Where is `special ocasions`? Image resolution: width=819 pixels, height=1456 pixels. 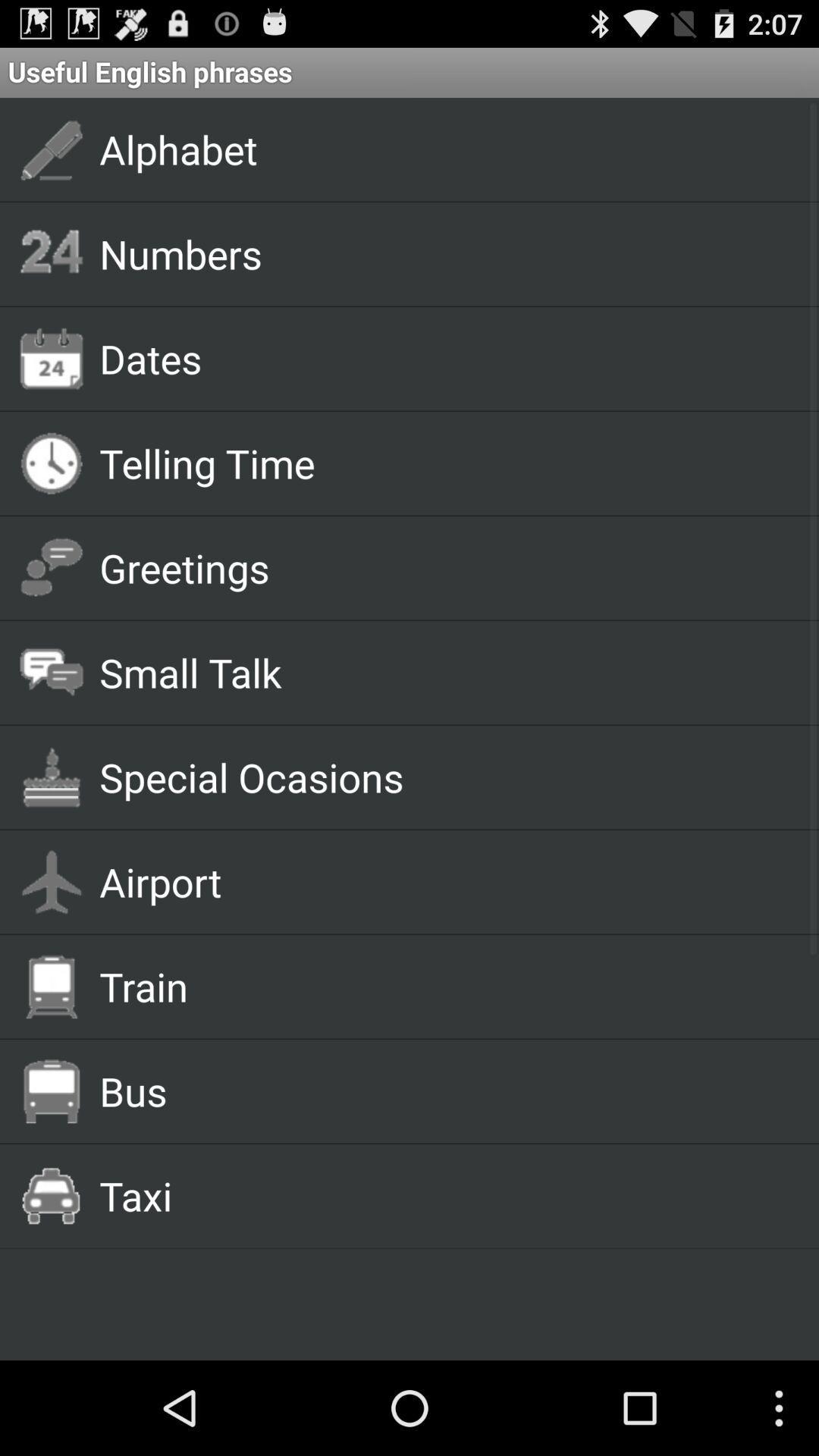
special ocasions is located at coordinates (441, 777).